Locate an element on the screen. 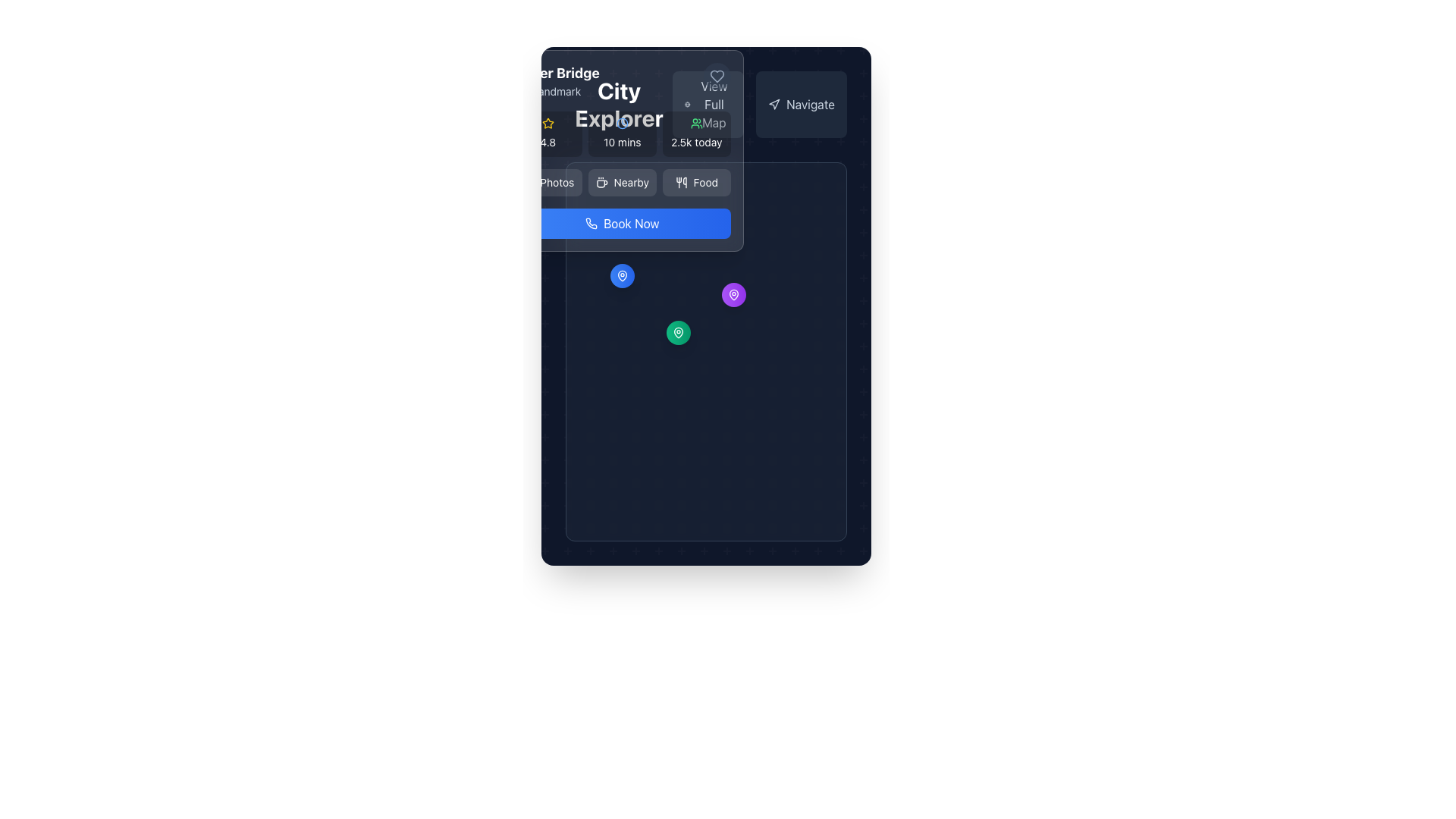 This screenshot has height=819, width=1456. text label displaying '10 mins' located centrally beneath the clock icon in the top section of the interface is located at coordinates (622, 142).